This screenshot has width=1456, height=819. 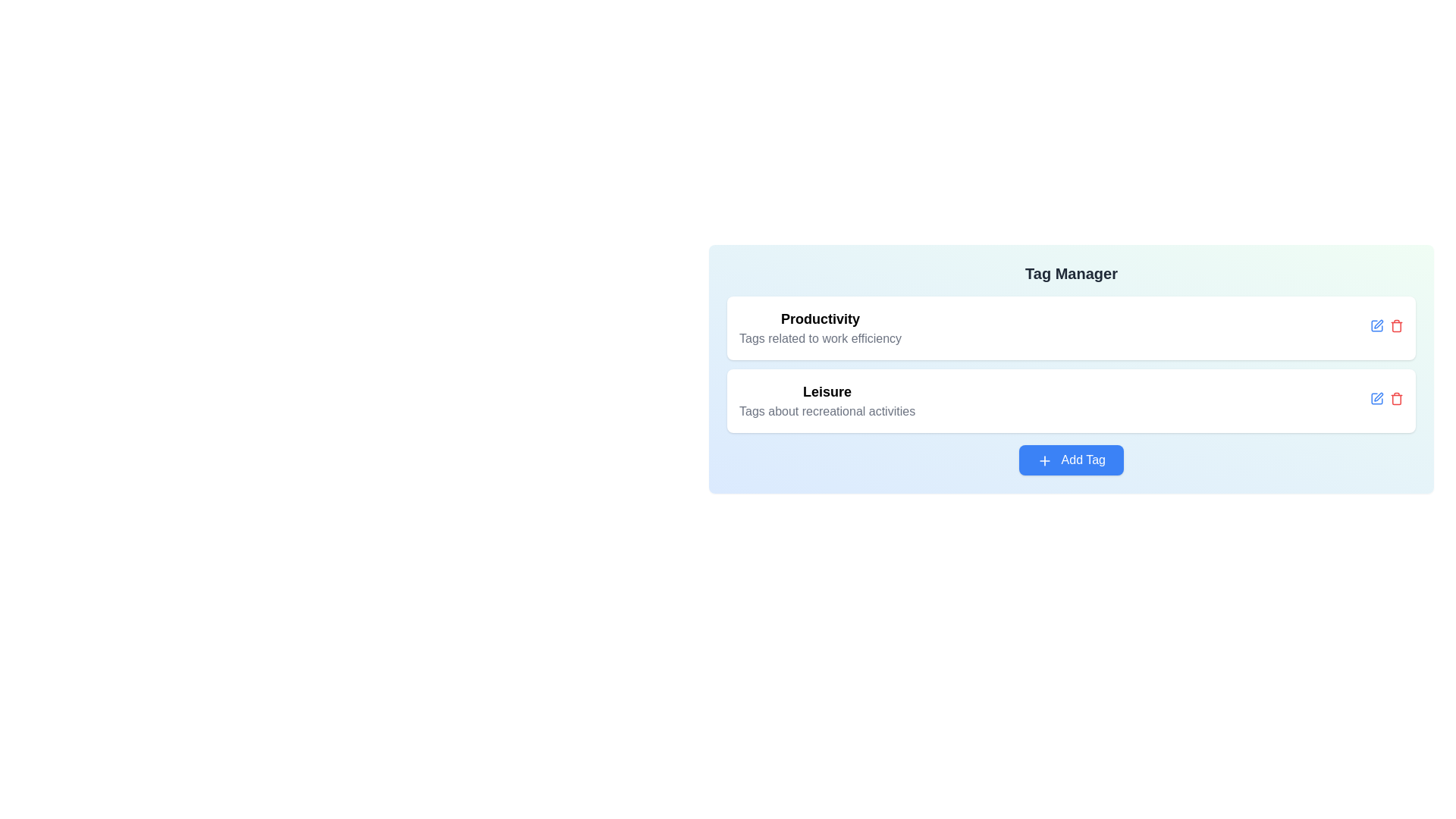 What do you see at coordinates (1379, 396) in the screenshot?
I see `the small pen icon located to the right of the 'Leisure' tag entry, which is designed in a monochrome, stroke-based style within a square outline` at bounding box center [1379, 396].